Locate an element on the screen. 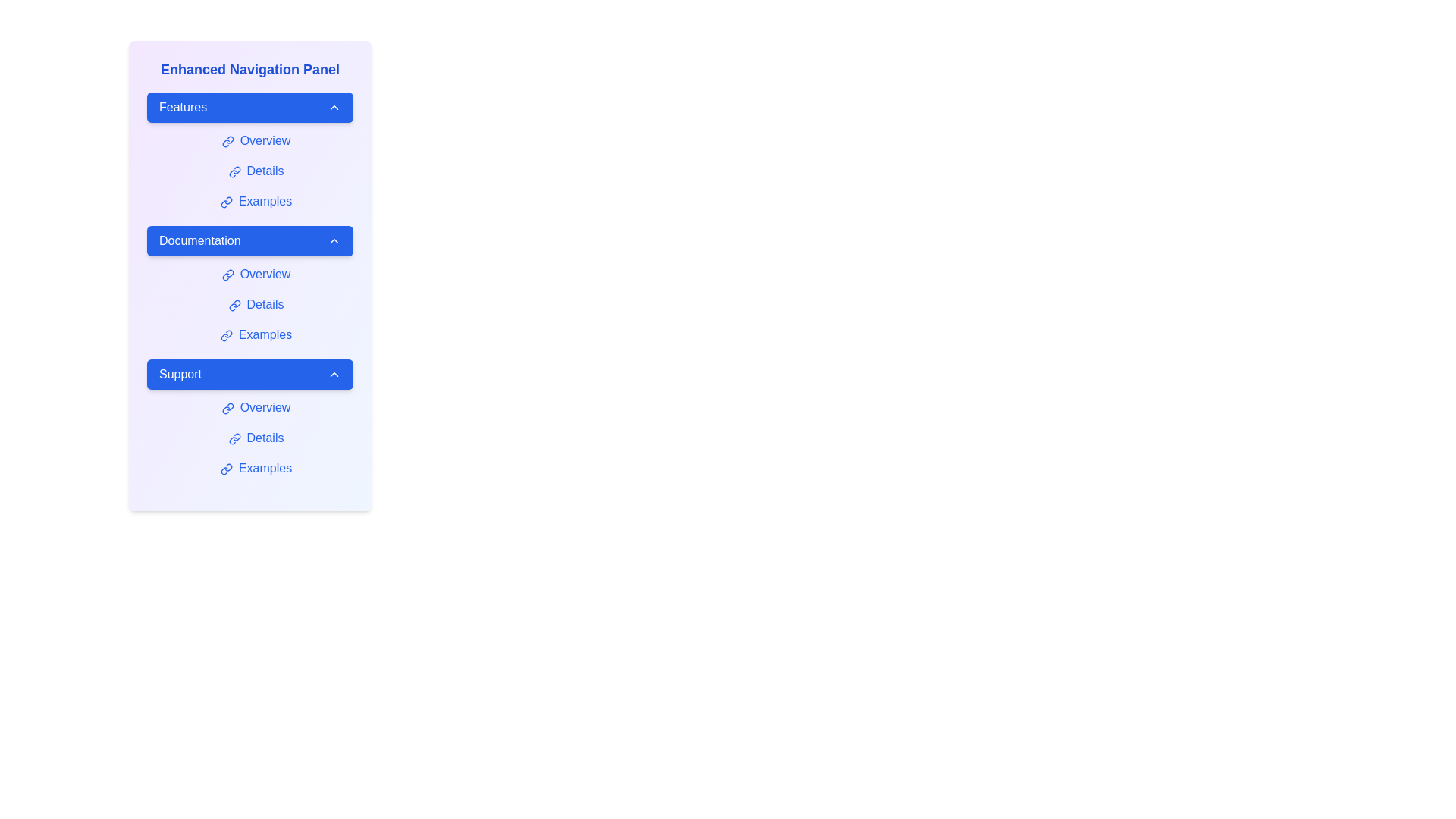 The image size is (1456, 819). the toggle indicator icon located in the 'Features' section of the Enhanced Navigation Panel is located at coordinates (334, 107).